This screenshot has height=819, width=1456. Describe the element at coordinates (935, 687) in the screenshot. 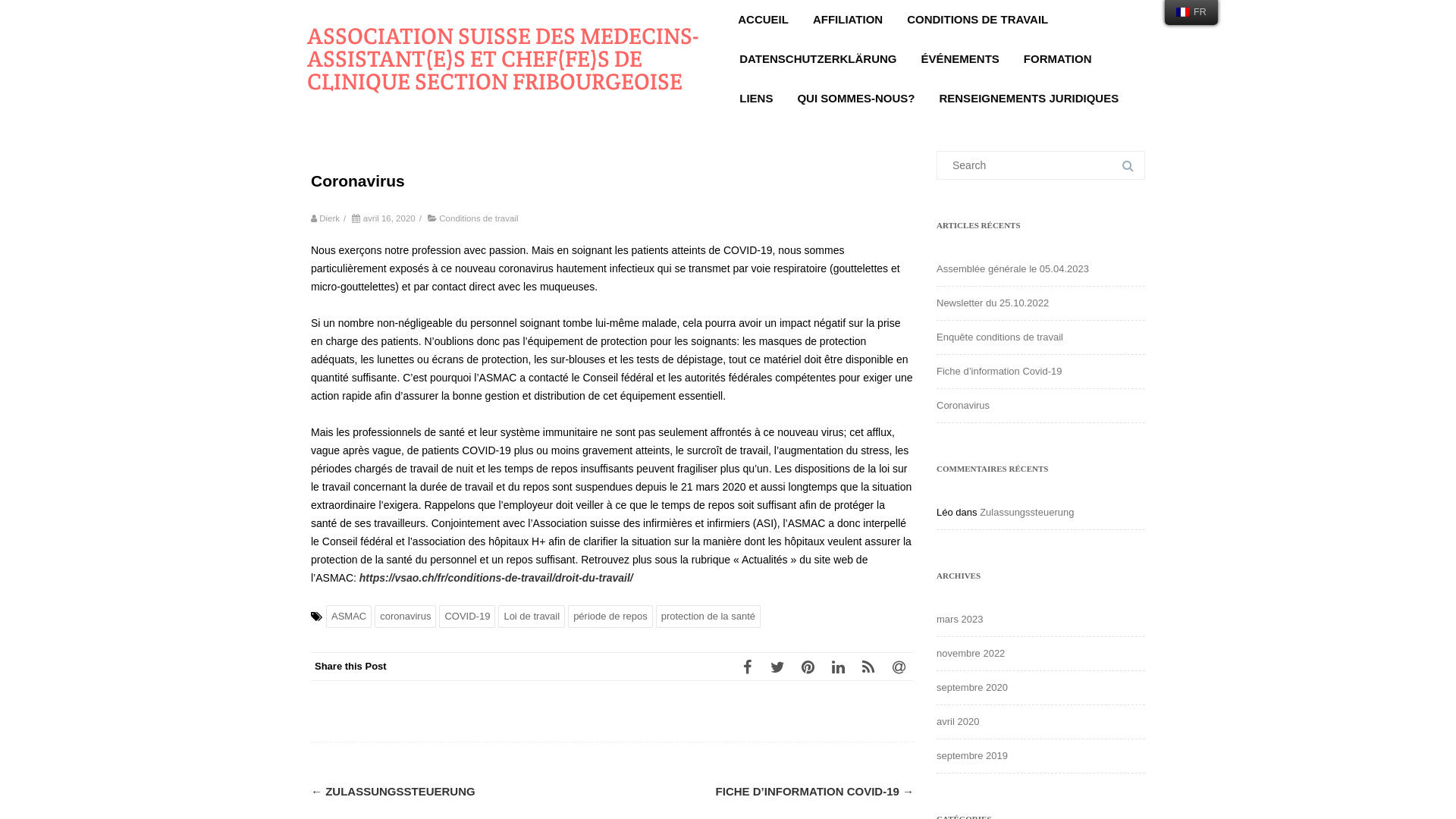

I see `'septembre 2020'` at that location.